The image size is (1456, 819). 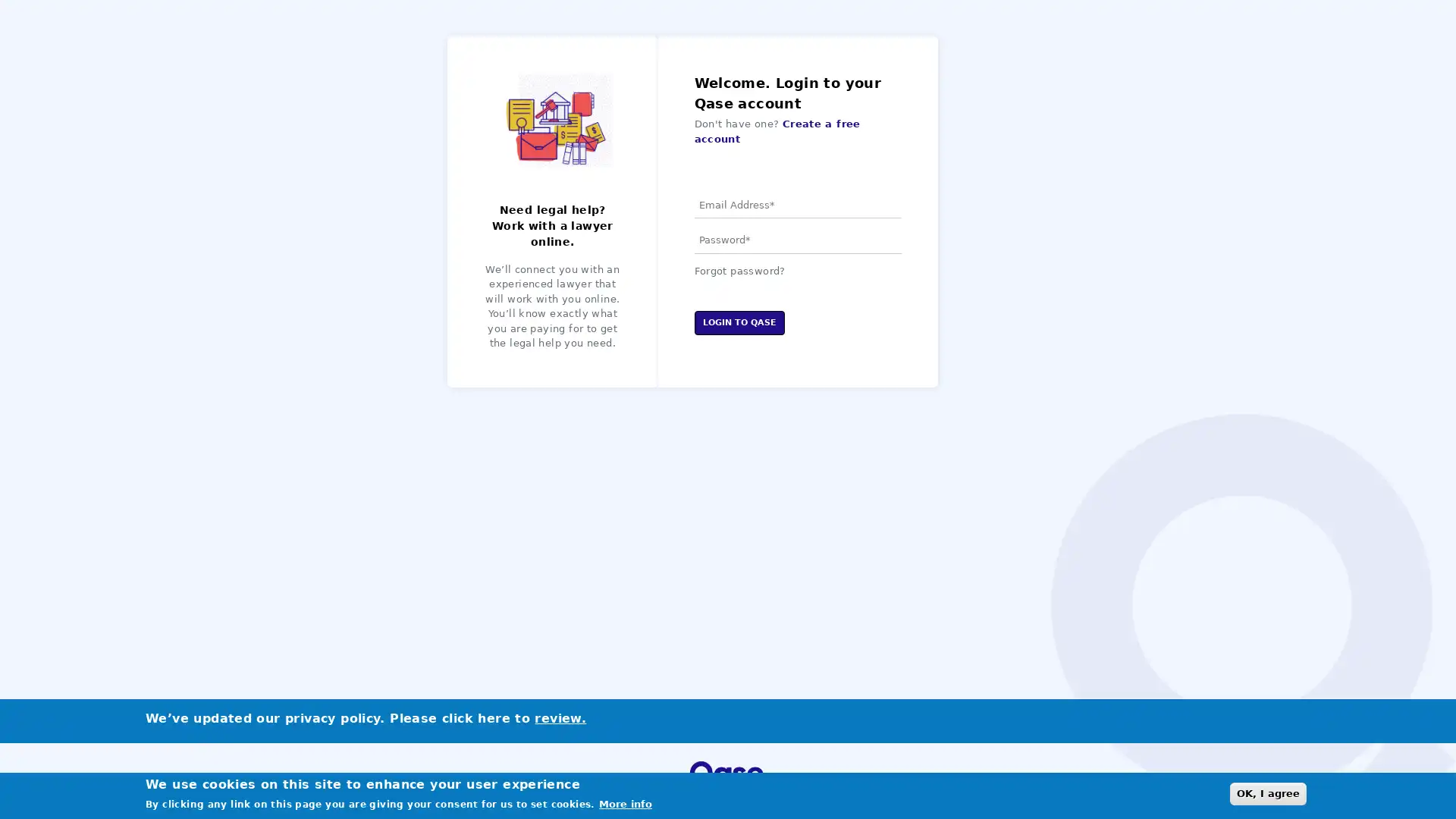 What do you see at coordinates (739, 322) in the screenshot?
I see `Login to Qase` at bounding box center [739, 322].